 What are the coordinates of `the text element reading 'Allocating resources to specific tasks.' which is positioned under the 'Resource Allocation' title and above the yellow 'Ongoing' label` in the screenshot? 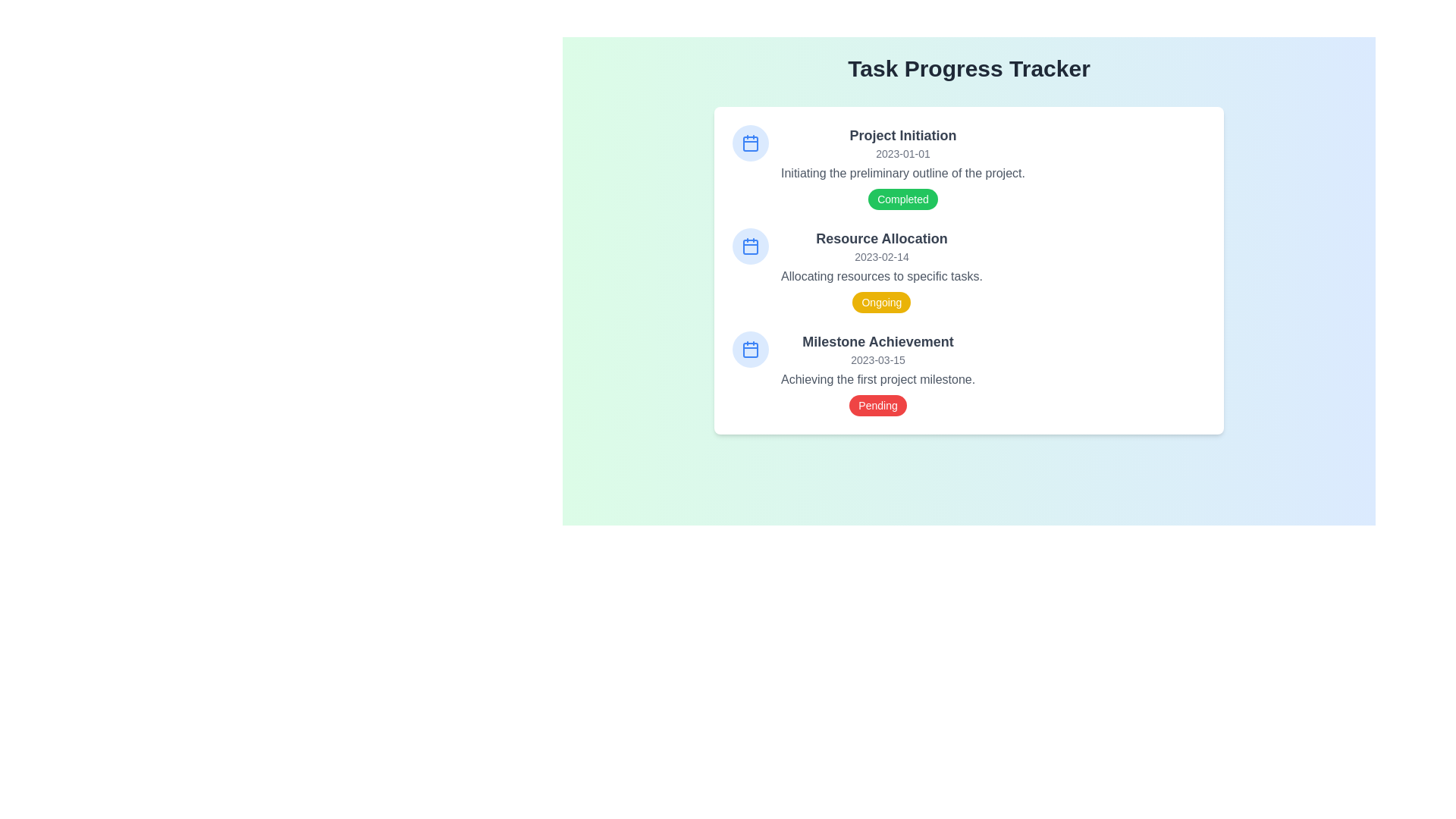 It's located at (881, 277).